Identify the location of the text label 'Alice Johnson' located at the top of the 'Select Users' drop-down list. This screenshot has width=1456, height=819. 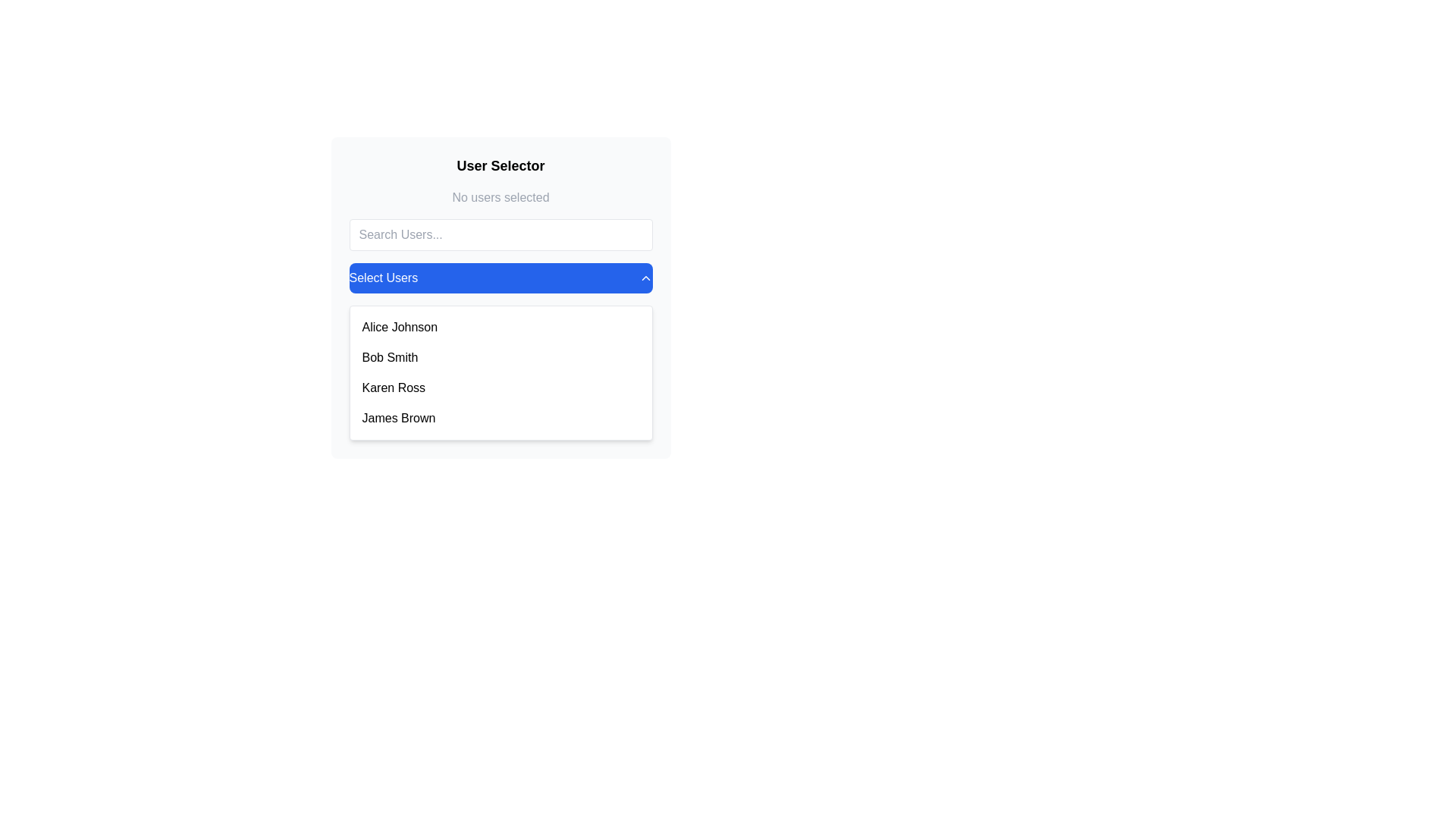
(400, 327).